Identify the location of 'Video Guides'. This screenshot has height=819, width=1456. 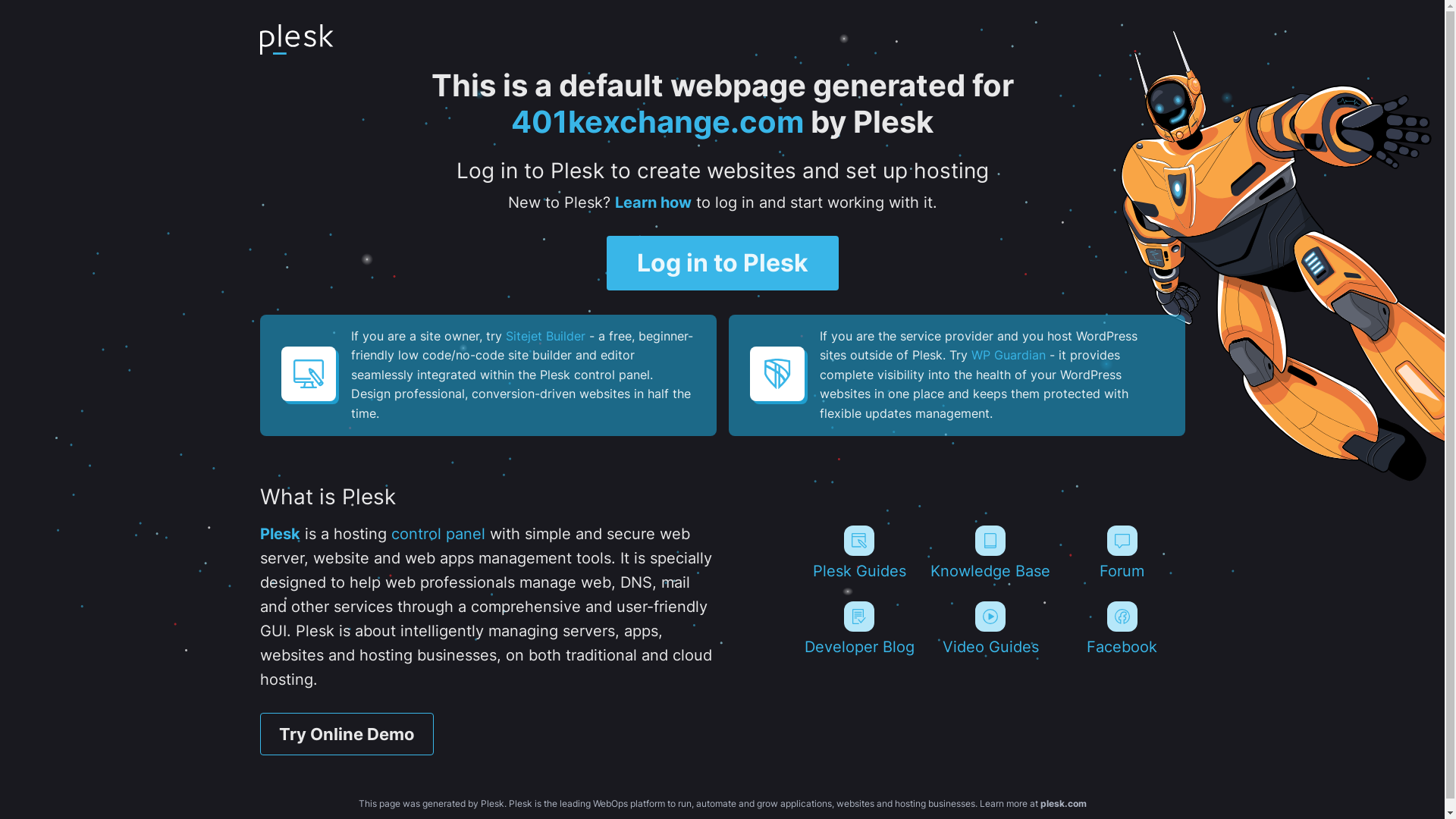
(990, 629).